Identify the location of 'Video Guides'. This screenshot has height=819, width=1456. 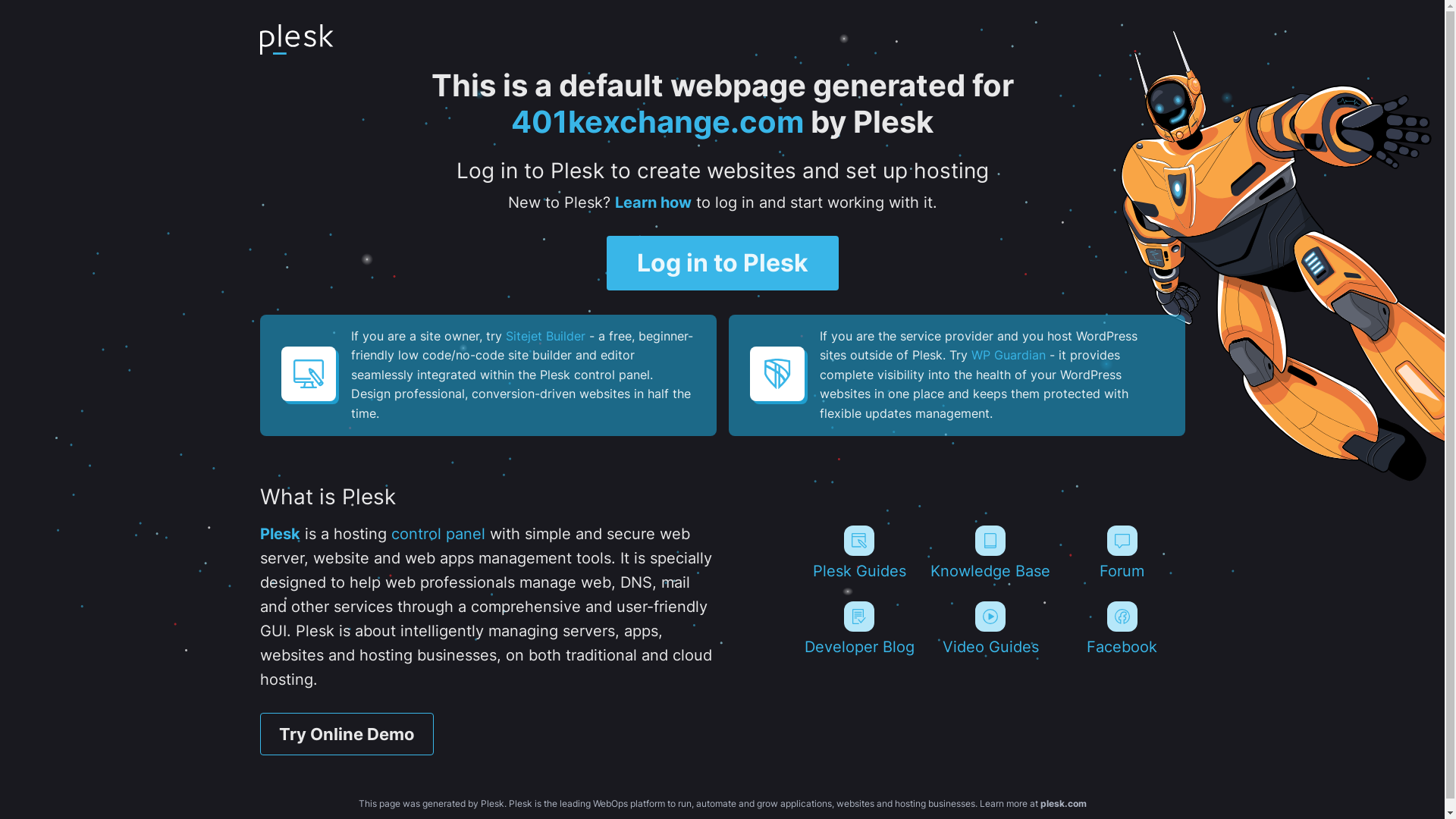
(990, 629).